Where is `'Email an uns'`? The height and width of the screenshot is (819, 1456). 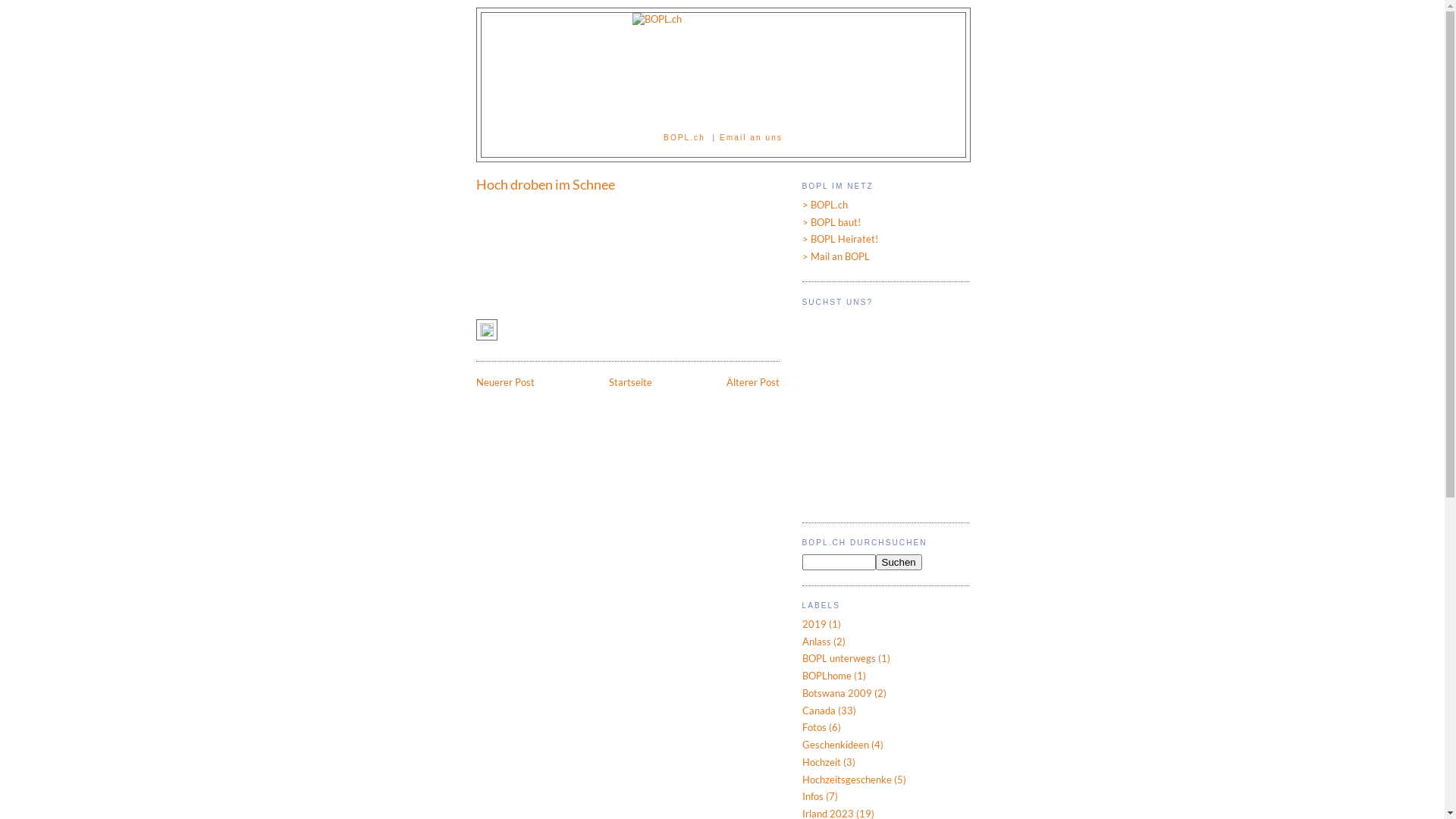
'Email an uns' is located at coordinates (719, 137).